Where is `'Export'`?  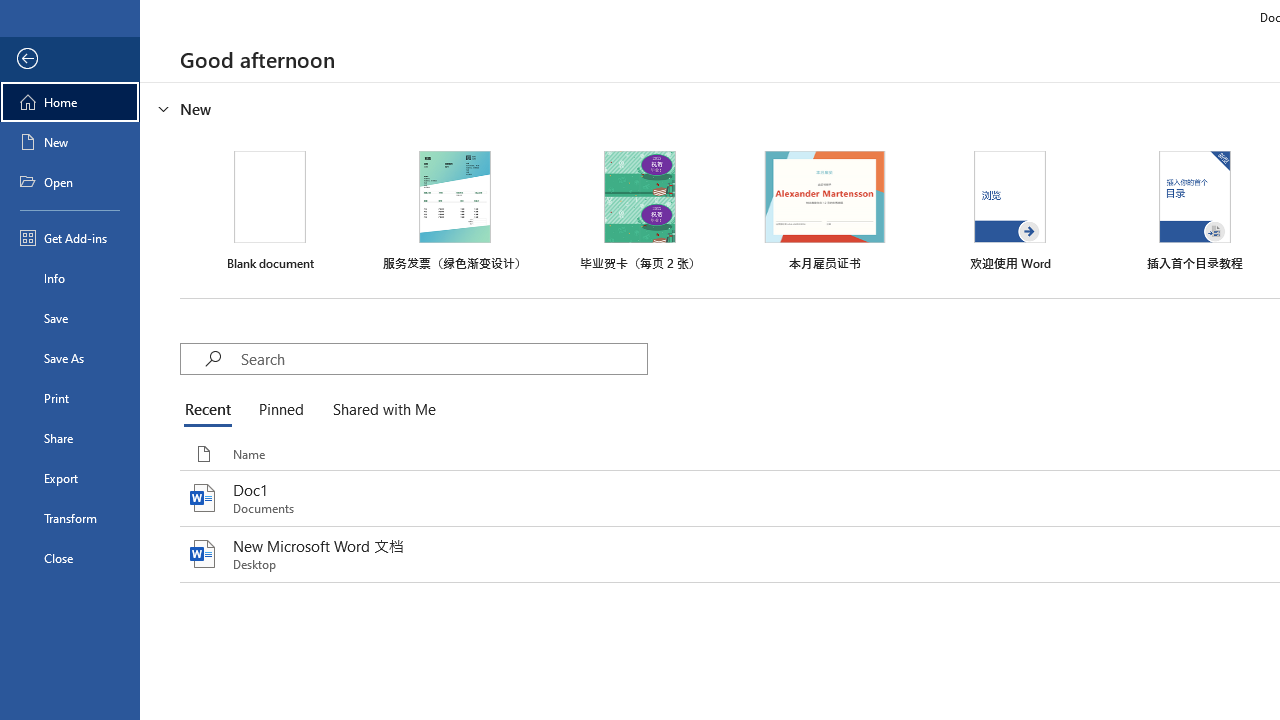 'Export' is located at coordinates (69, 478).